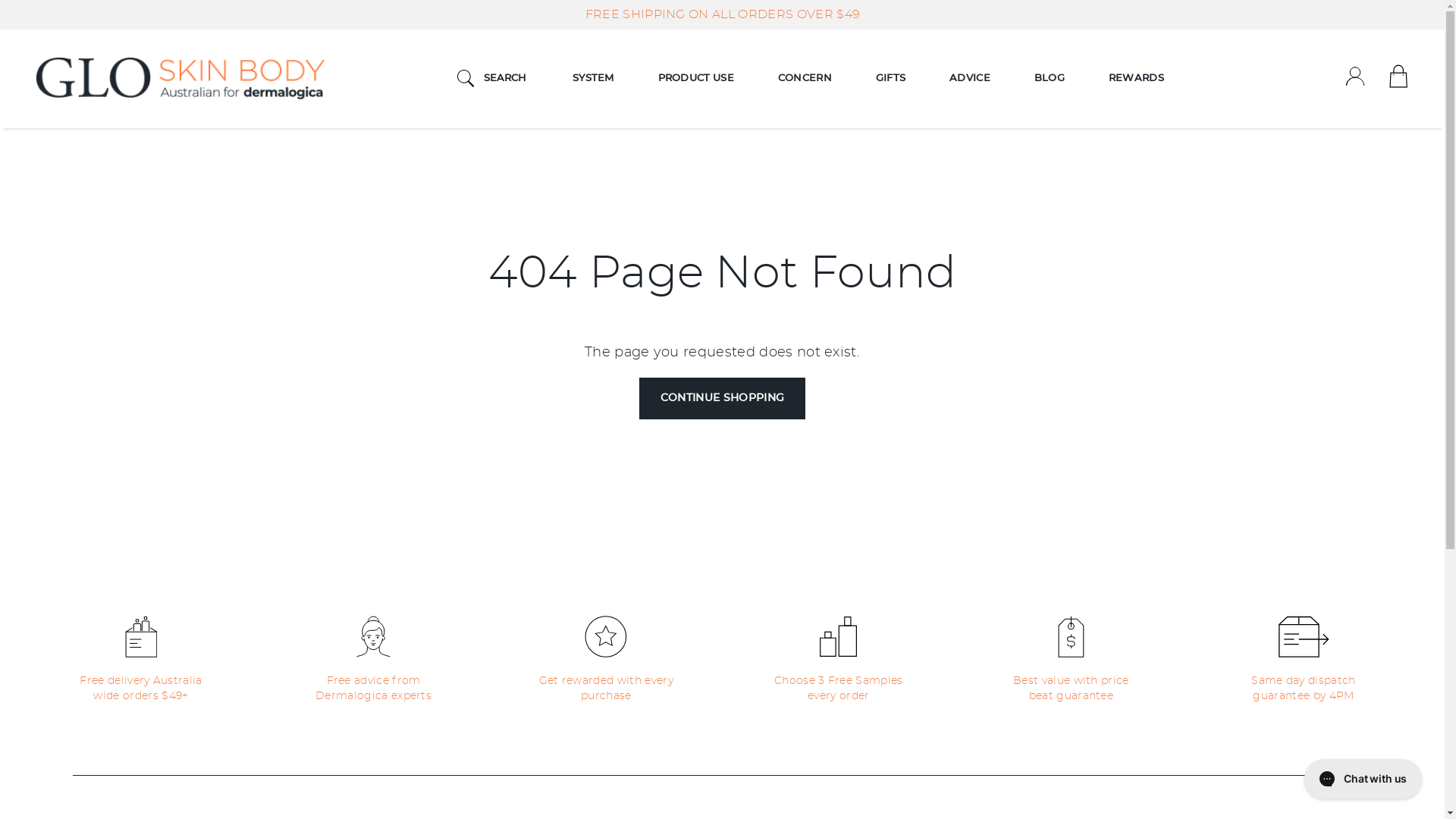 This screenshot has height=819, width=1456. Describe the element at coordinates (491, 79) in the screenshot. I see `'SEARCH'` at that location.